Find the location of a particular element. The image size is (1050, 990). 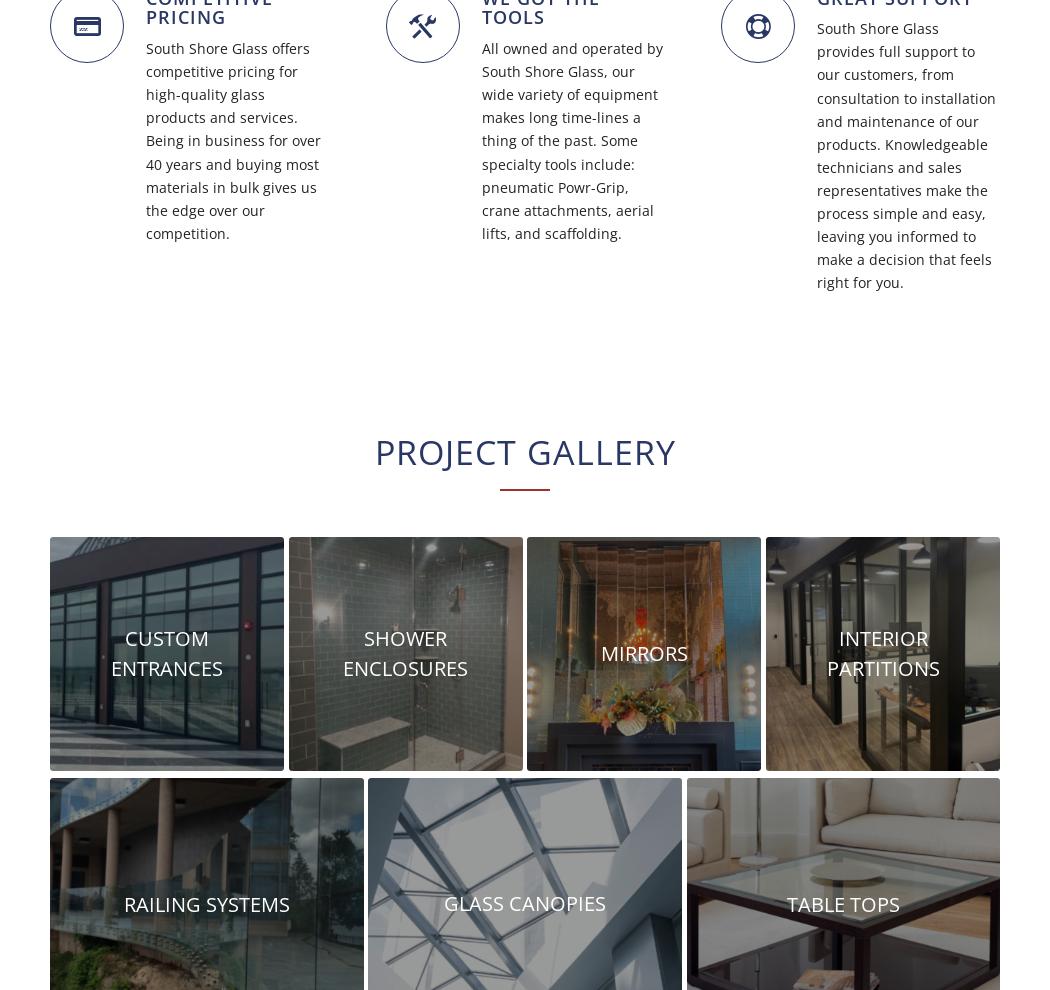

'South Shore Glass offers competitive pricing for high-quality glass products and services. Being in business for over 40 years and buying most materials in bulk gives us the edge over our competition.' is located at coordinates (233, 139).